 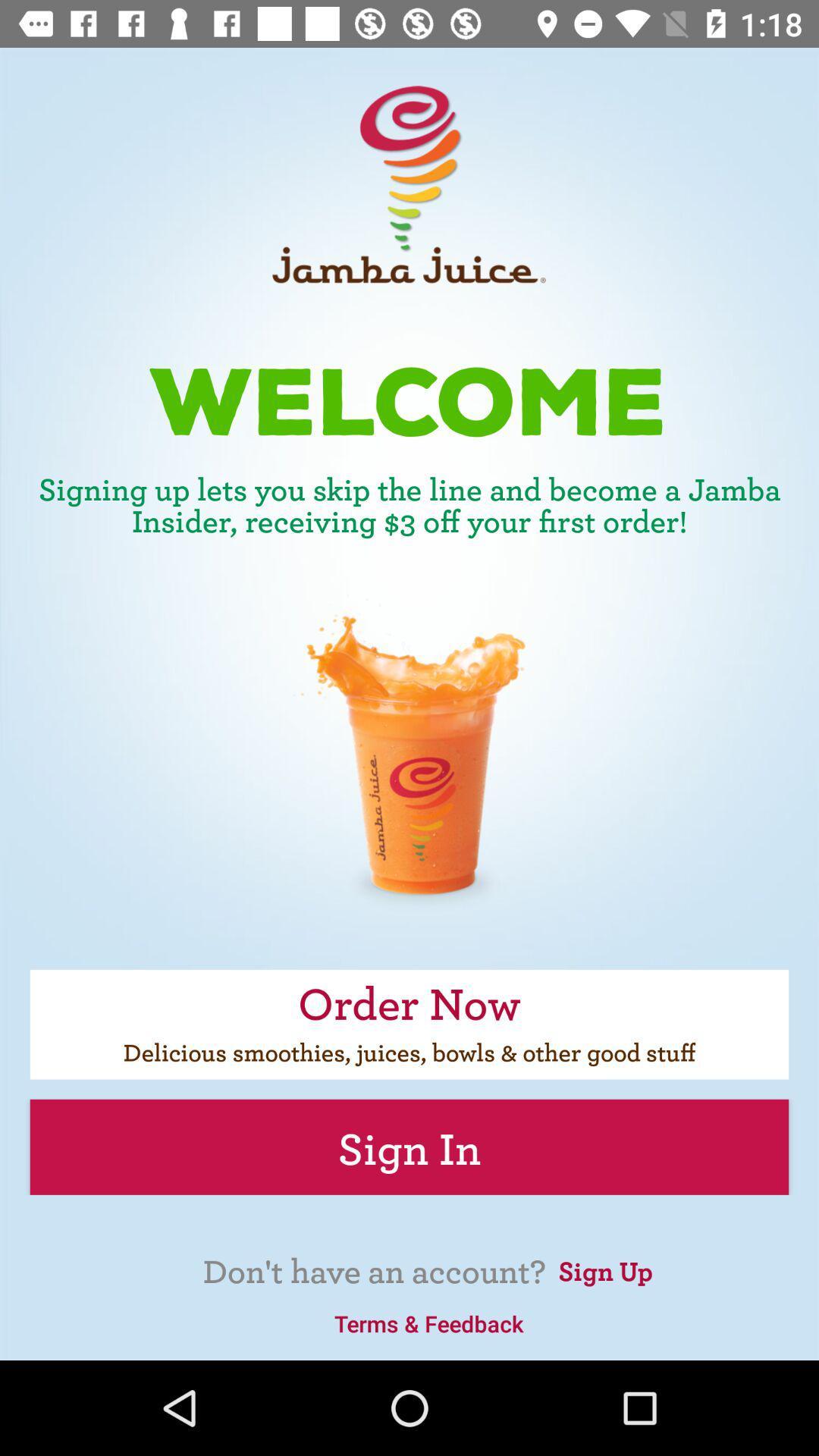 What do you see at coordinates (604, 1269) in the screenshot?
I see `the icon to the right of the don t have item` at bounding box center [604, 1269].